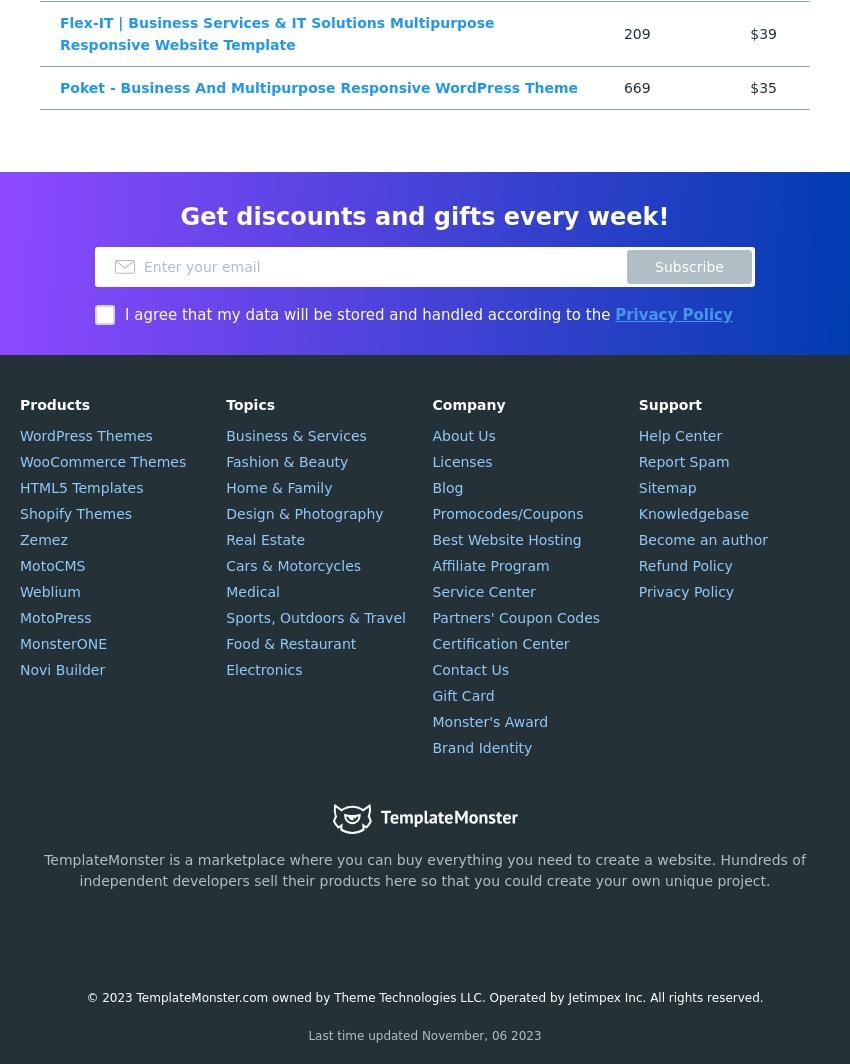 The width and height of the screenshot is (850, 1064). What do you see at coordinates (762, 34) in the screenshot?
I see `'$39'` at bounding box center [762, 34].